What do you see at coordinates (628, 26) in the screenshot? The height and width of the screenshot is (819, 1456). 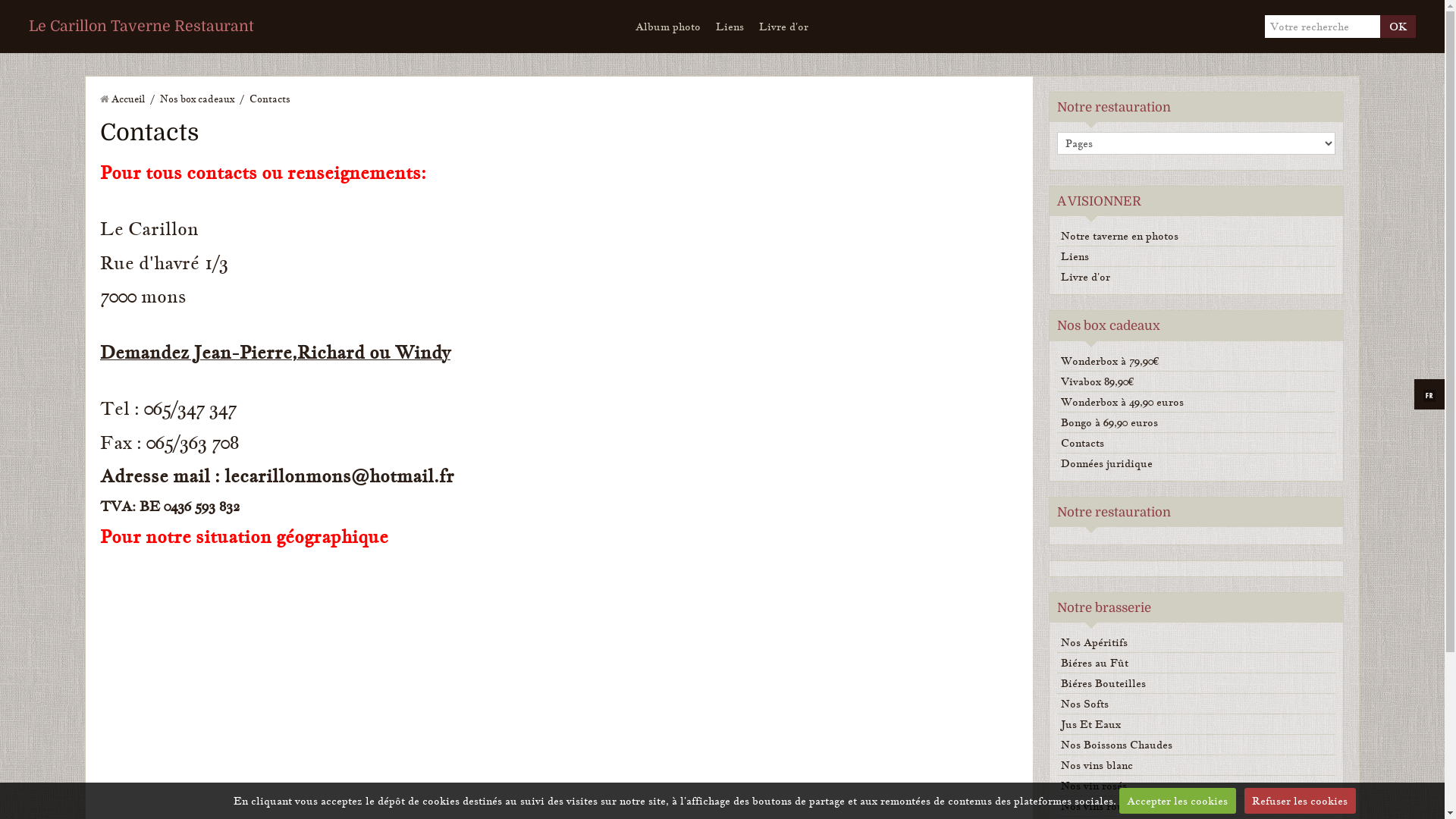 I see `'Album photo'` at bounding box center [628, 26].